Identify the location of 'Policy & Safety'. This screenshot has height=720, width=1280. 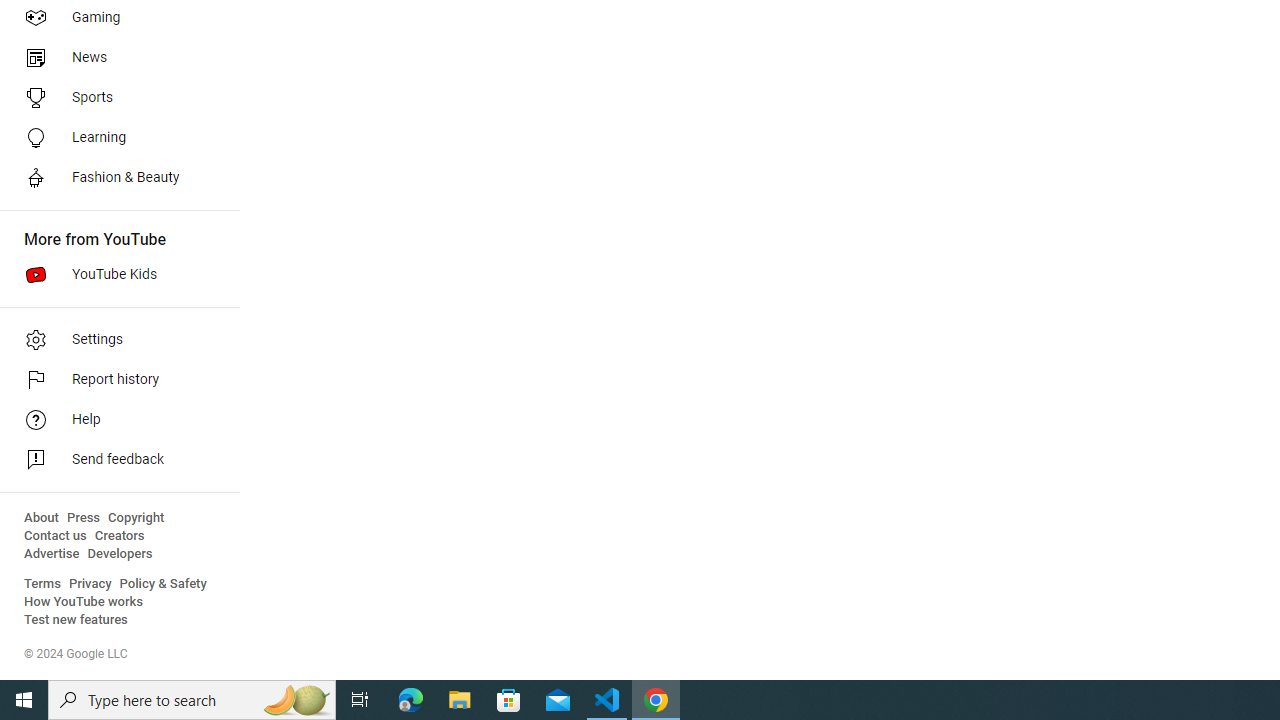
(163, 584).